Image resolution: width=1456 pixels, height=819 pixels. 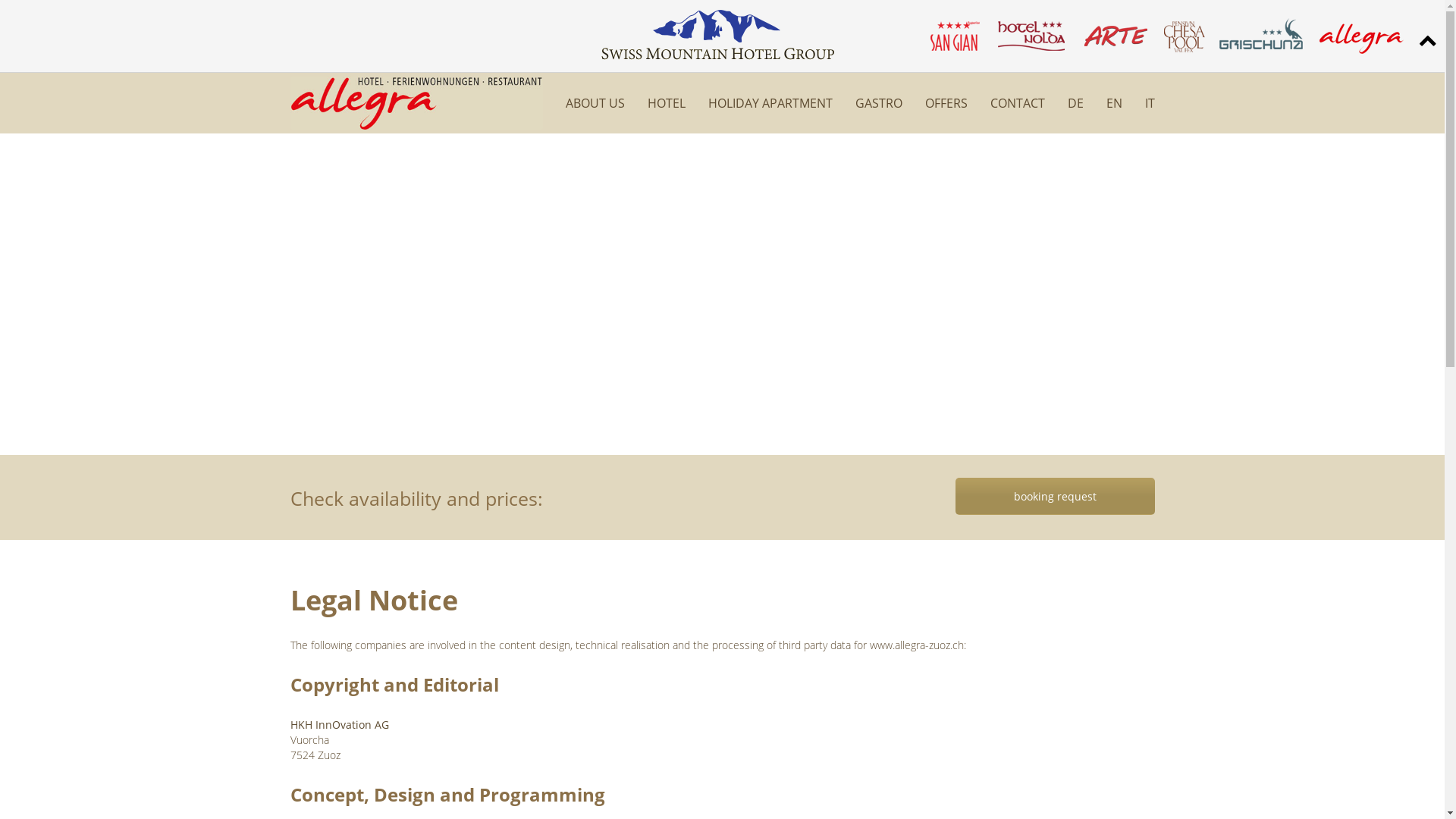 I want to click on 'CONTACT', so click(x=1018, y=102).